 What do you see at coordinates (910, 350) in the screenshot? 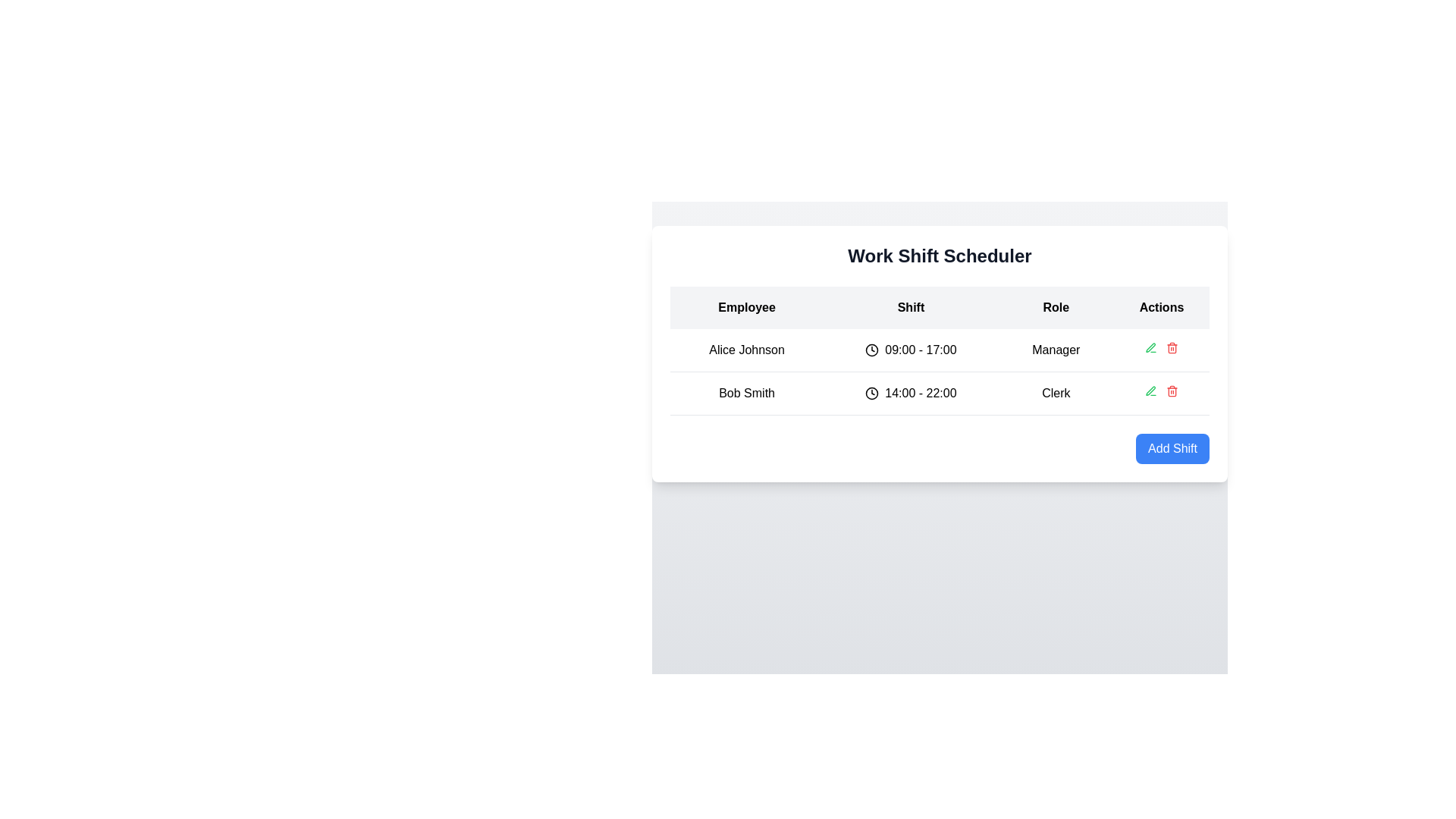
I see `text of the label with the clock icon displaying the shift timing for 'Alice Johnson', which shows '09:00 - 17:00'` at bounding box center [910, 350].